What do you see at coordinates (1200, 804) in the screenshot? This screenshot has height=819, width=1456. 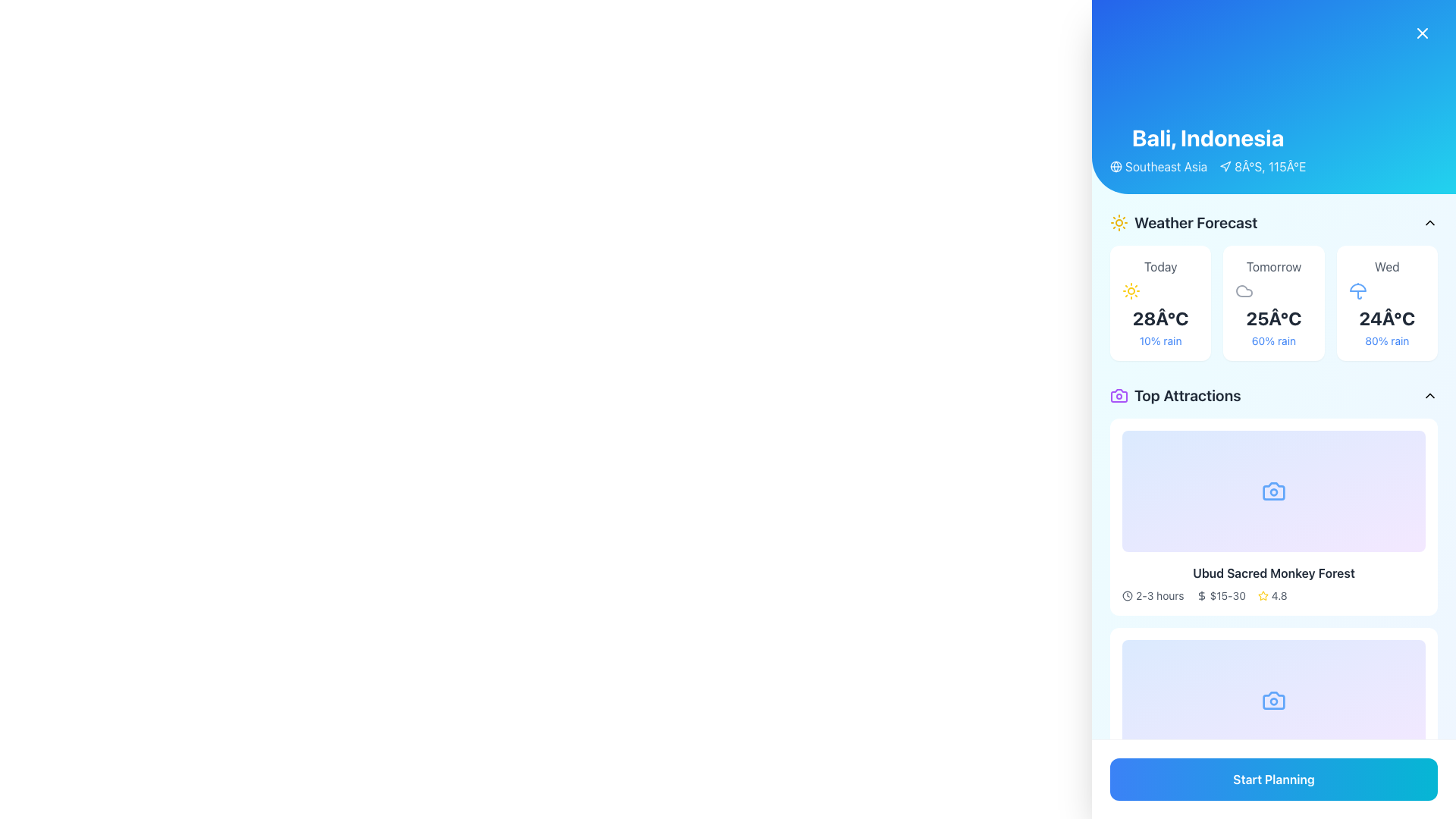 I see `the dollar sign icon` at bounding box center [1200, 804].